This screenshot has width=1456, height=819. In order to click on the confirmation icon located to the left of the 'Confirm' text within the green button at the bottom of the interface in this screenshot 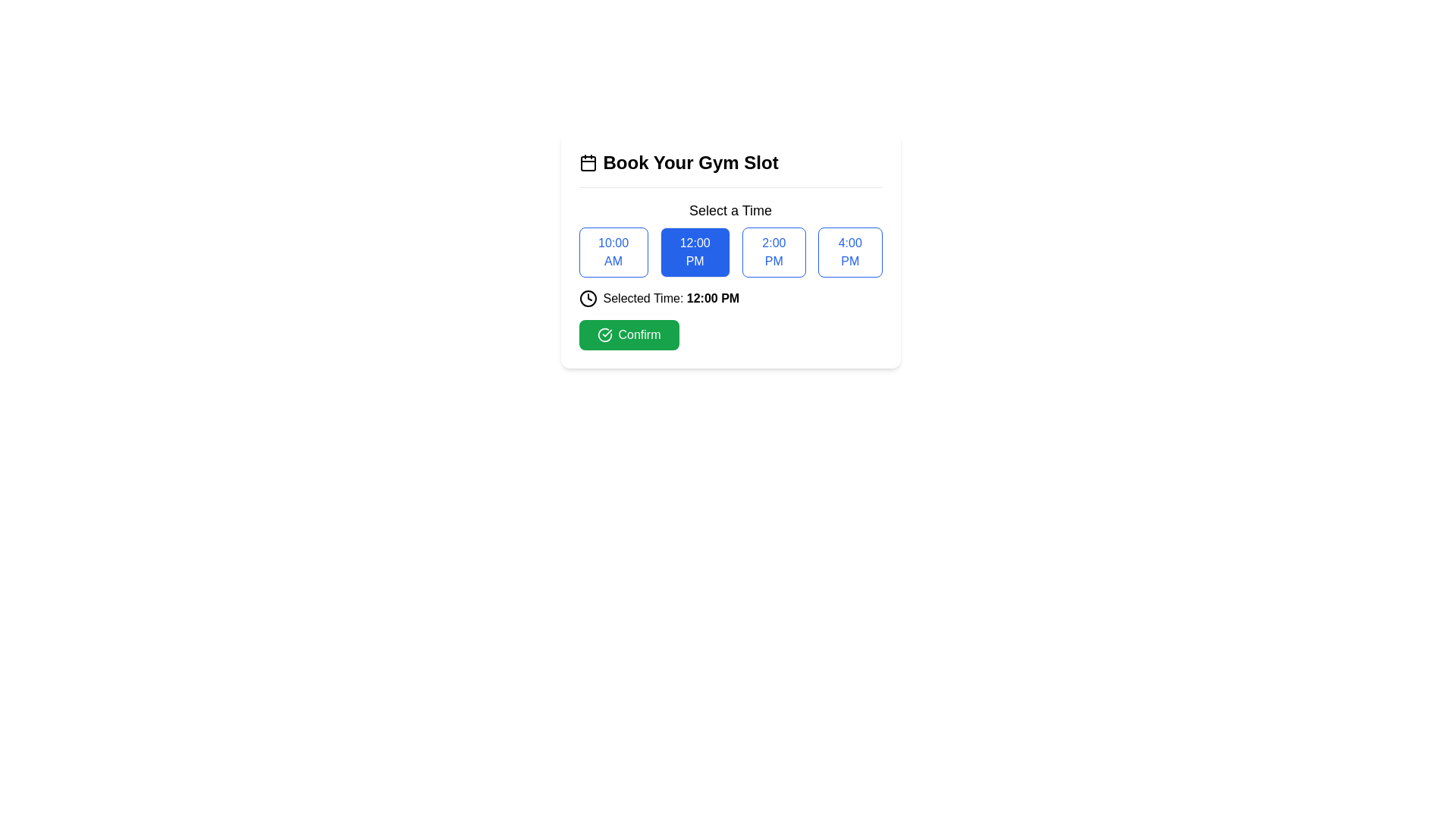, I will do `click(604, 334)`.